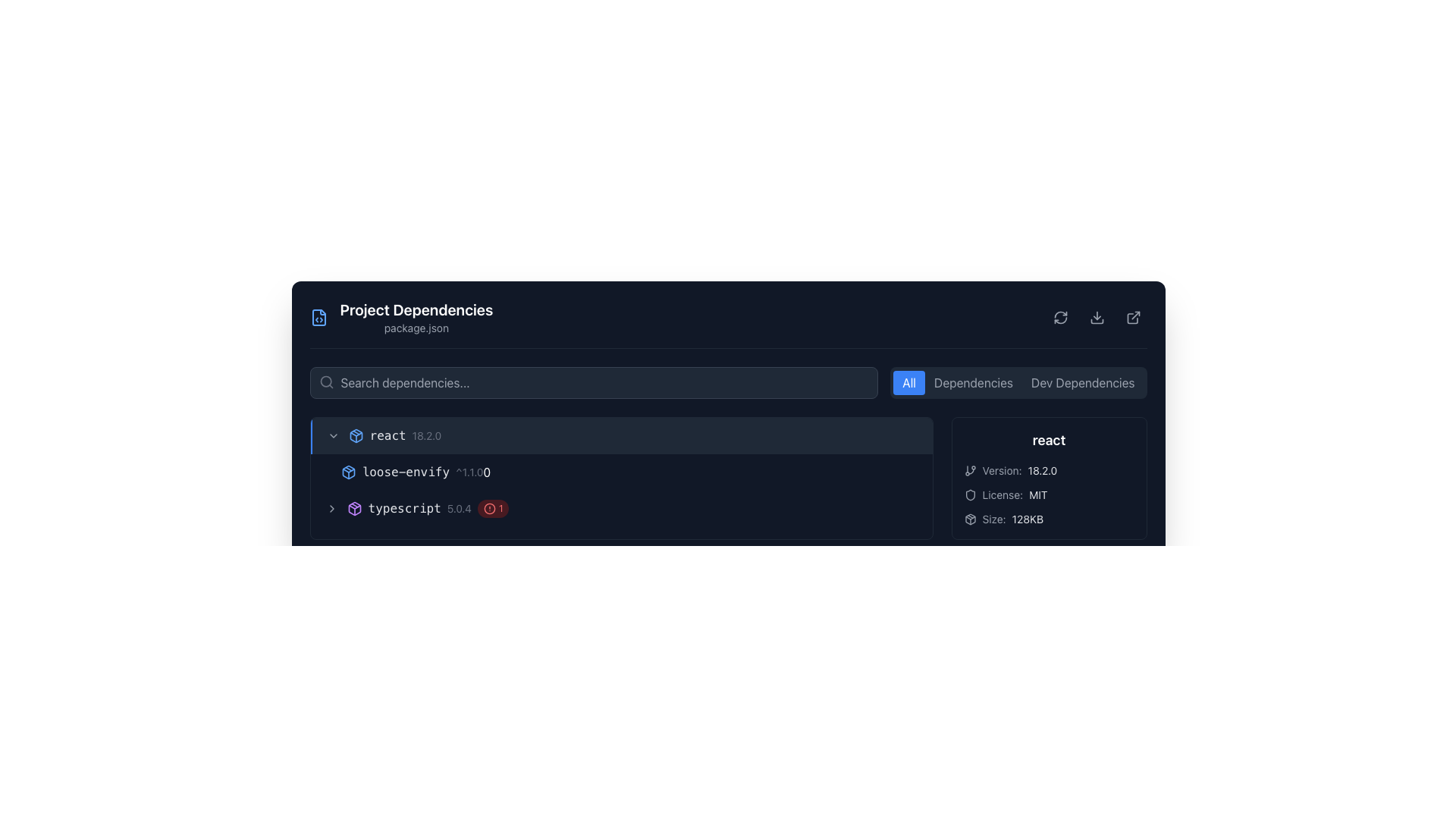 This screenshot has width=1456, height=819. Describe the element at coordinates (1133, 317) in the screenshot. I see `the external link icon button located at the top-right corner of the 'Project Dependencies' section` at that location.